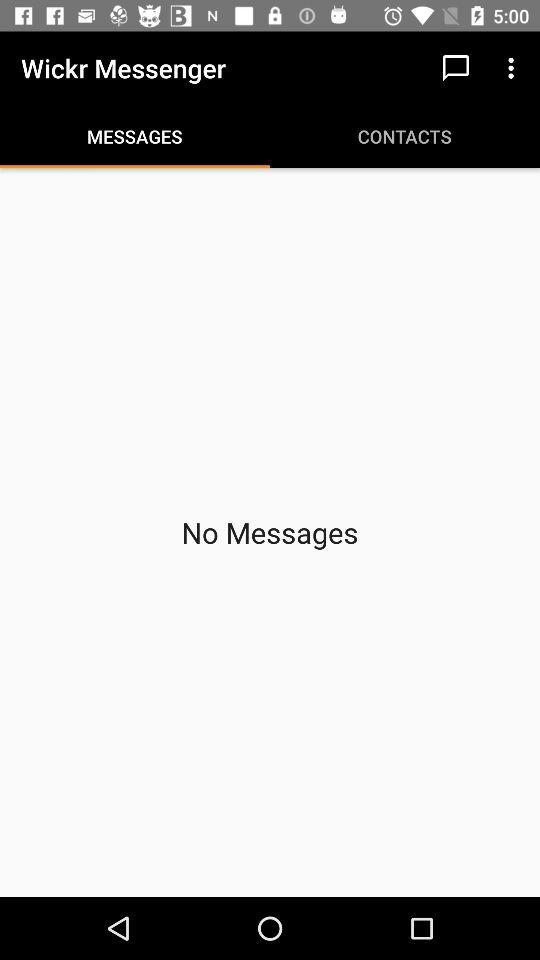 The height and width of the screenshot is (960, 540). What do you see at coordinates (455, 68) in the screenshot?
I see `app next to wickr messenger icon` at bounding box center [455, 68].